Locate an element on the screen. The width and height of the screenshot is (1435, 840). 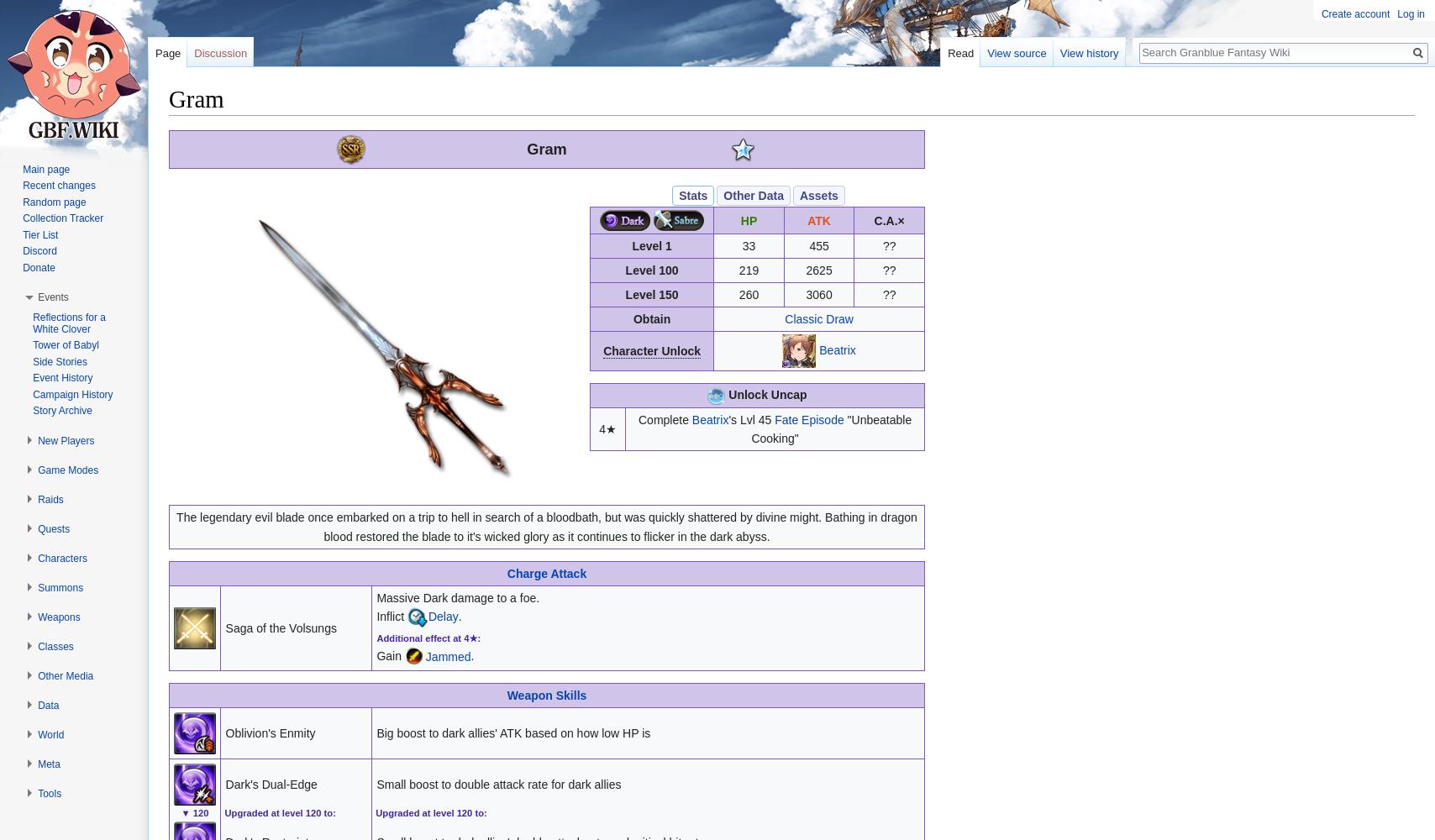
'"Unbeatable Cooking"' is located at coordinates (831, 428).